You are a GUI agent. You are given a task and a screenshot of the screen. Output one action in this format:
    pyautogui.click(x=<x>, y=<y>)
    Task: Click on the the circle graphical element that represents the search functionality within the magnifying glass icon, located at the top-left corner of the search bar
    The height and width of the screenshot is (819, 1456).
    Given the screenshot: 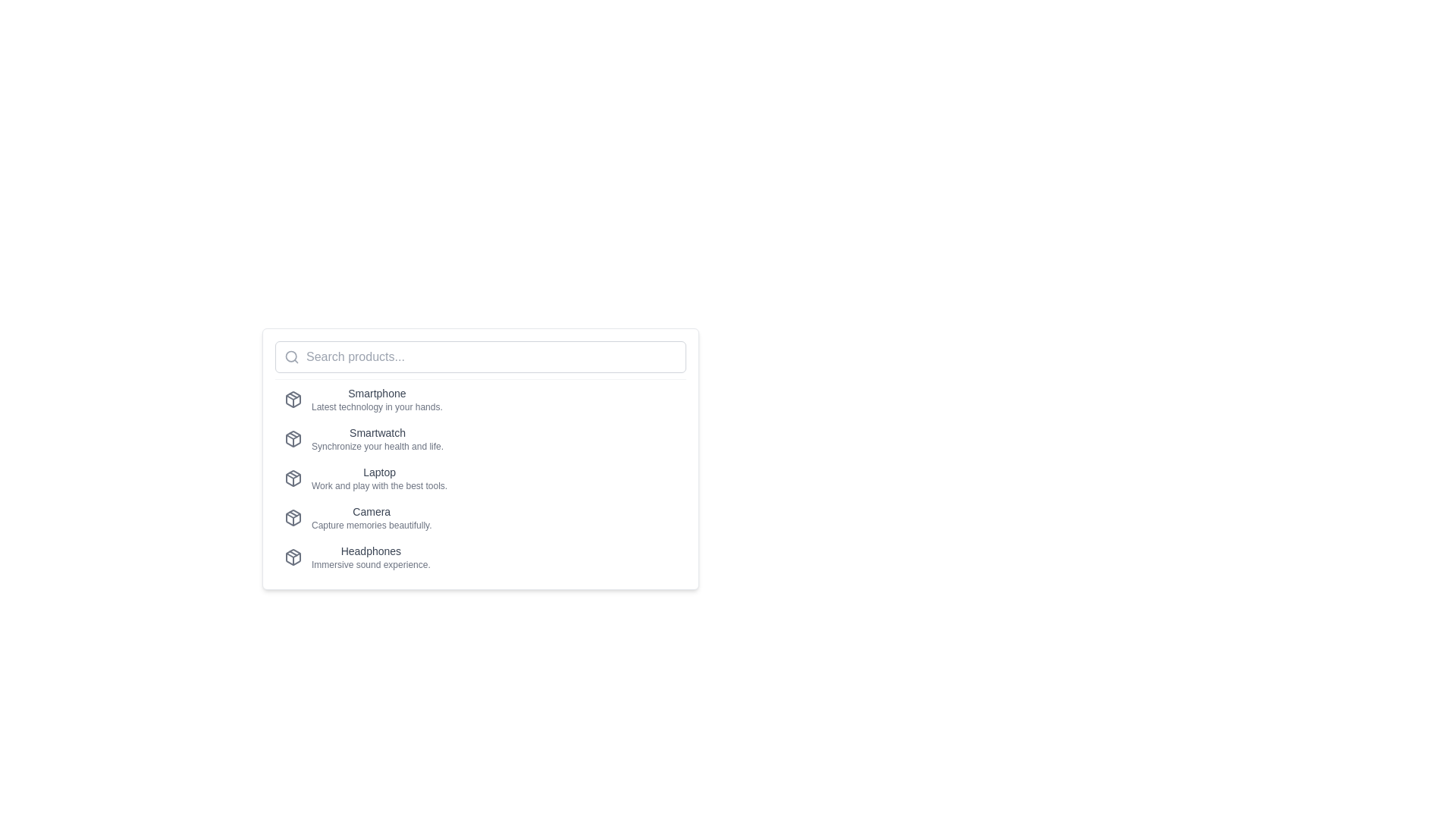 What is the action you would take?
    pyautogui.click(x=291, y=356)
    